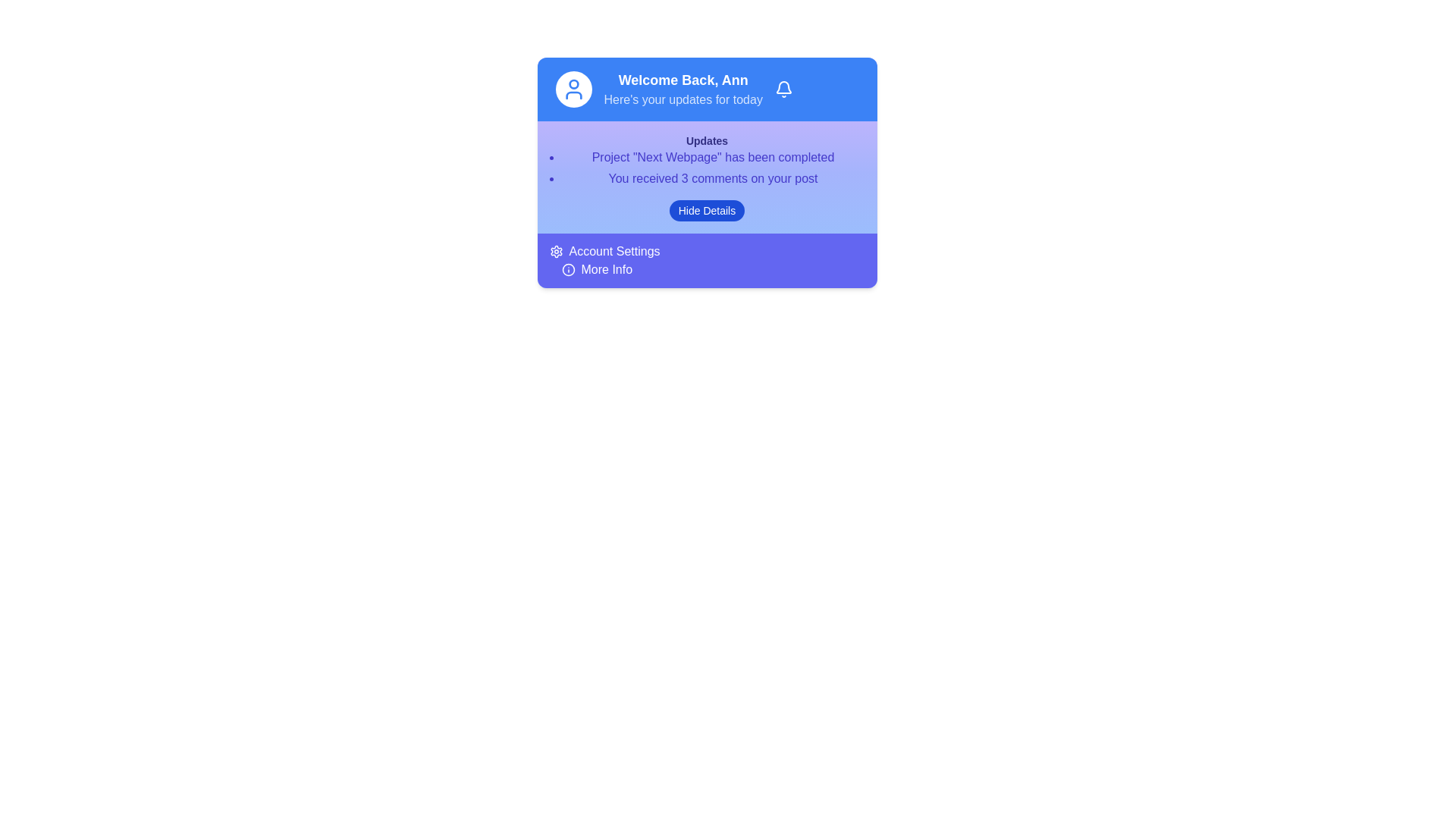 The width and height of the screenshot is (1456, 819). I want to click on the User profile icon, which is a circular icon resembling a user's head, located within a blue circular background at the top left corner of a card widget, so click(573, 84).